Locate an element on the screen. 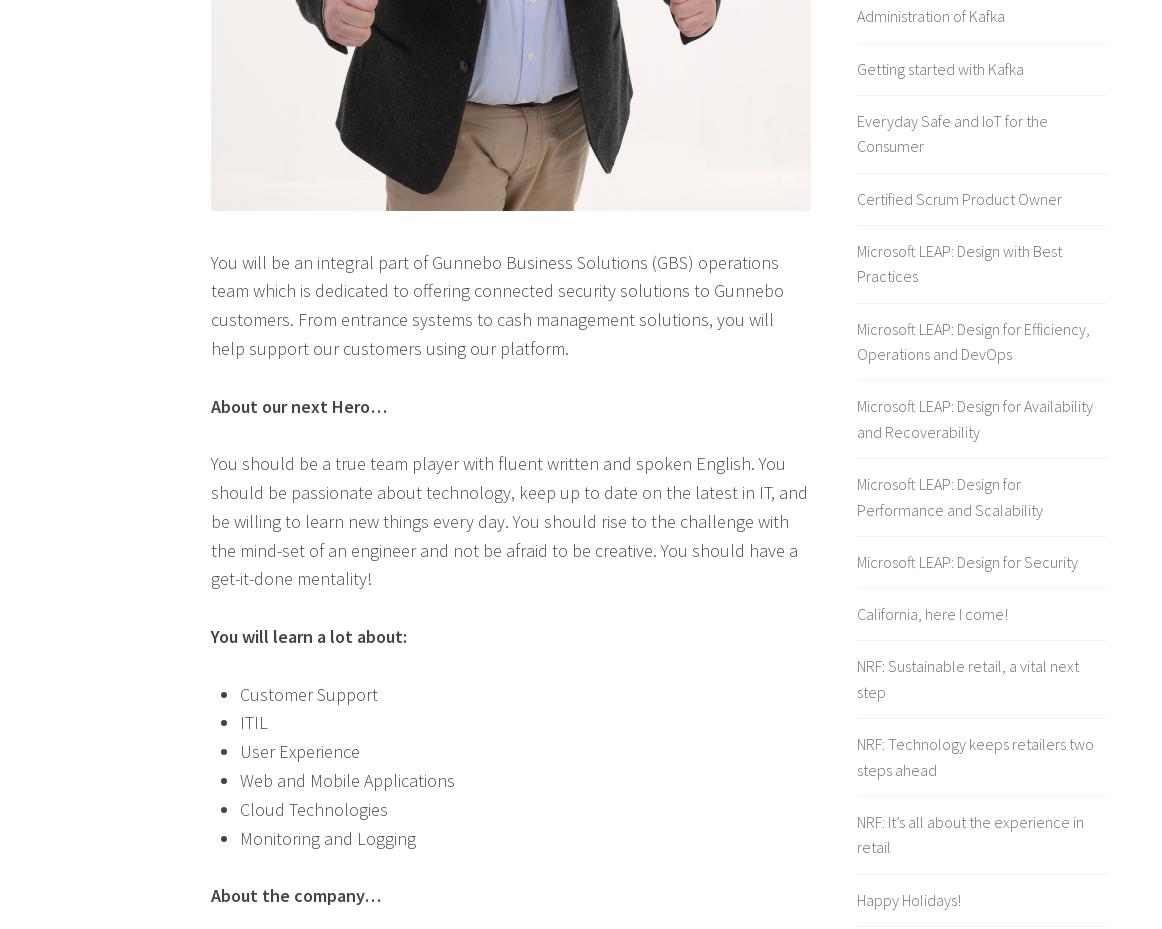  'You should be a true team player with fluent written and spoken English. You should be passionate about technology, keep up to date on the latest in IT, and be willing to learn new things every day. You should rise to the challenge with the mind-set of an engineer and not be afraid to be creative. You should have a get-it-done mentality!' is located at coordinates (509, 520).